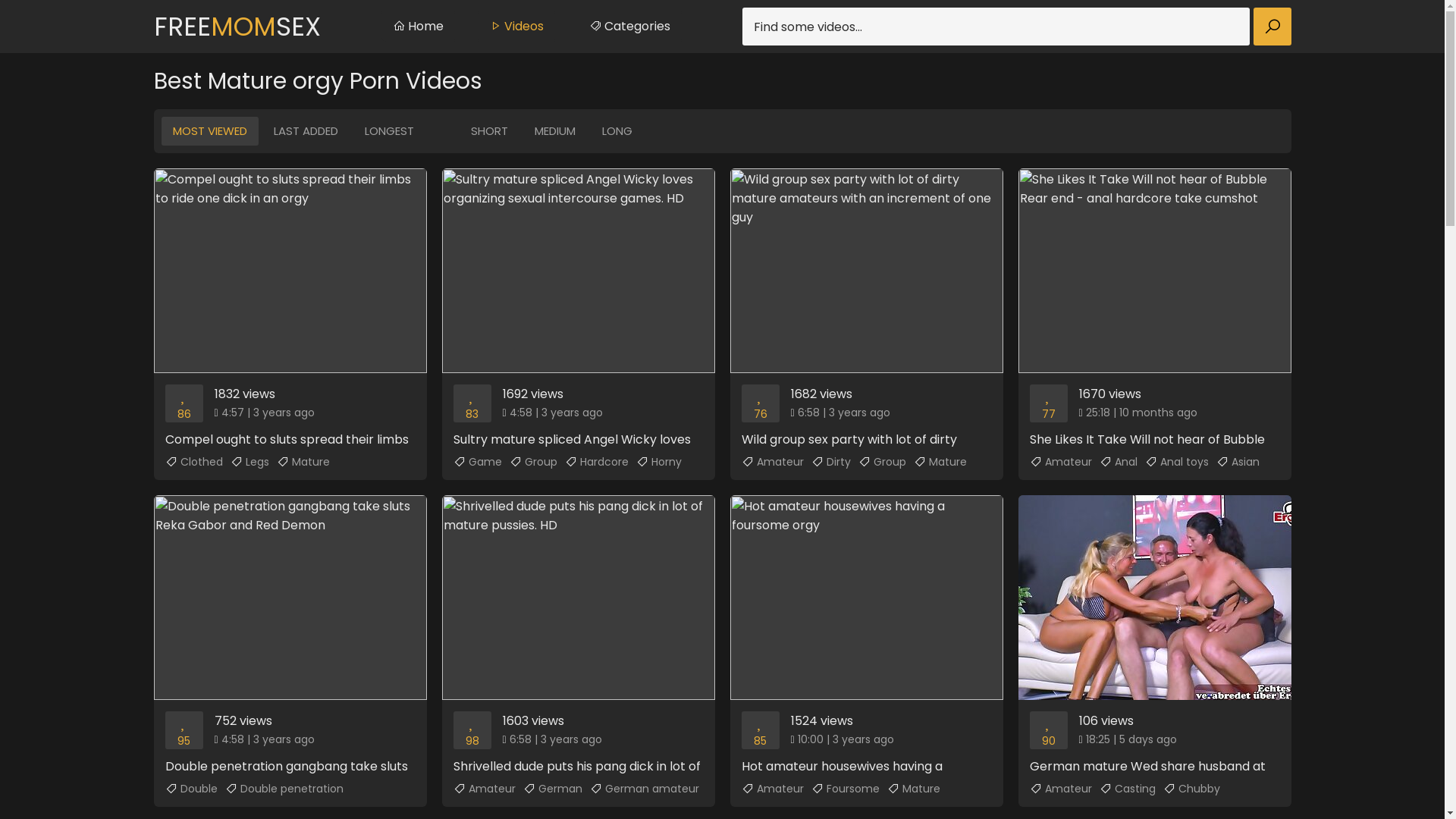 Image resolution: width=1456 pixels, height=819 pixels. I want to click on 'Double', so click(165, 788).